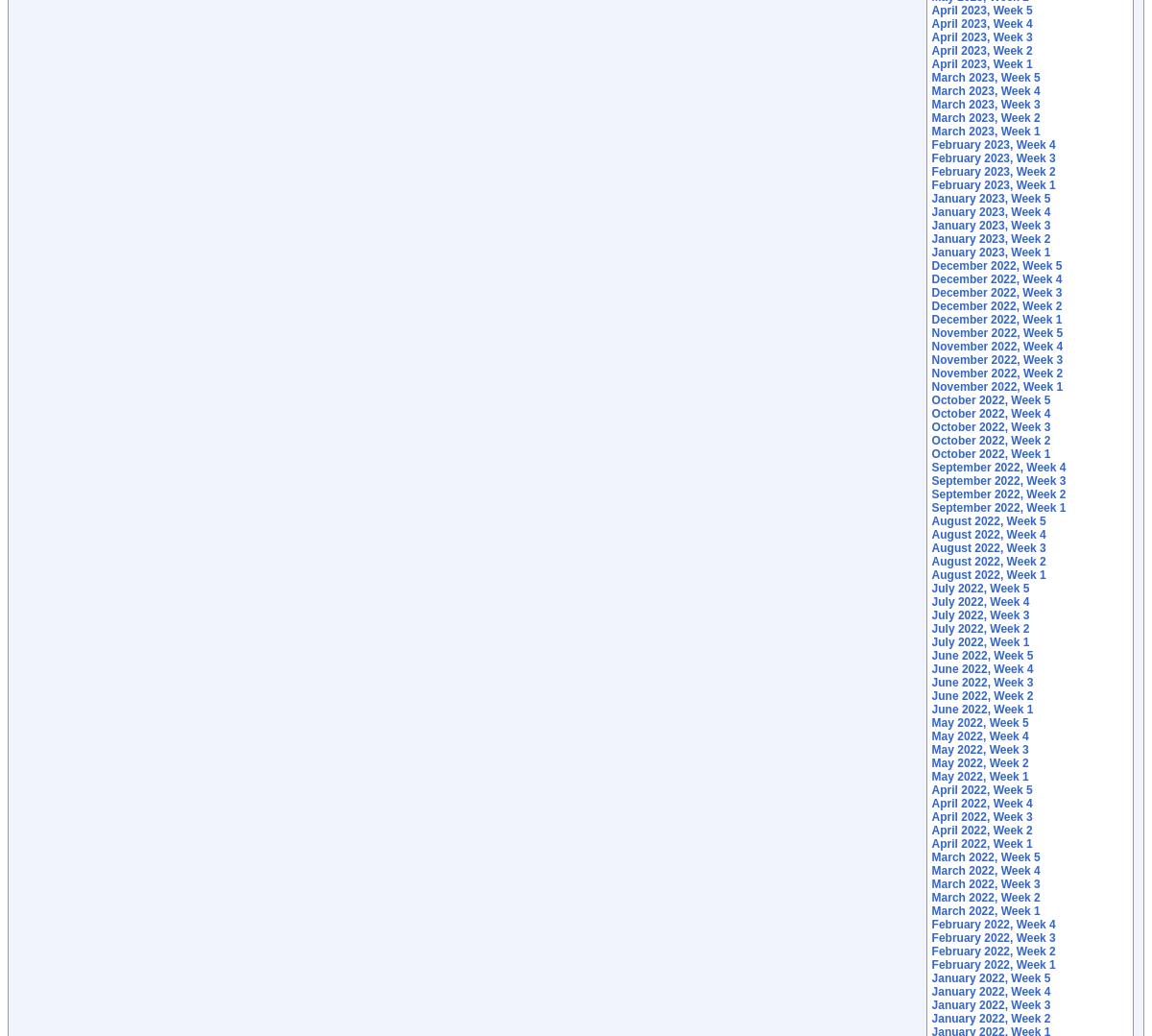  Describe the element at coordinates (991, 198) in the screenshot. I see `'January 2023, Week 5'` at that location.